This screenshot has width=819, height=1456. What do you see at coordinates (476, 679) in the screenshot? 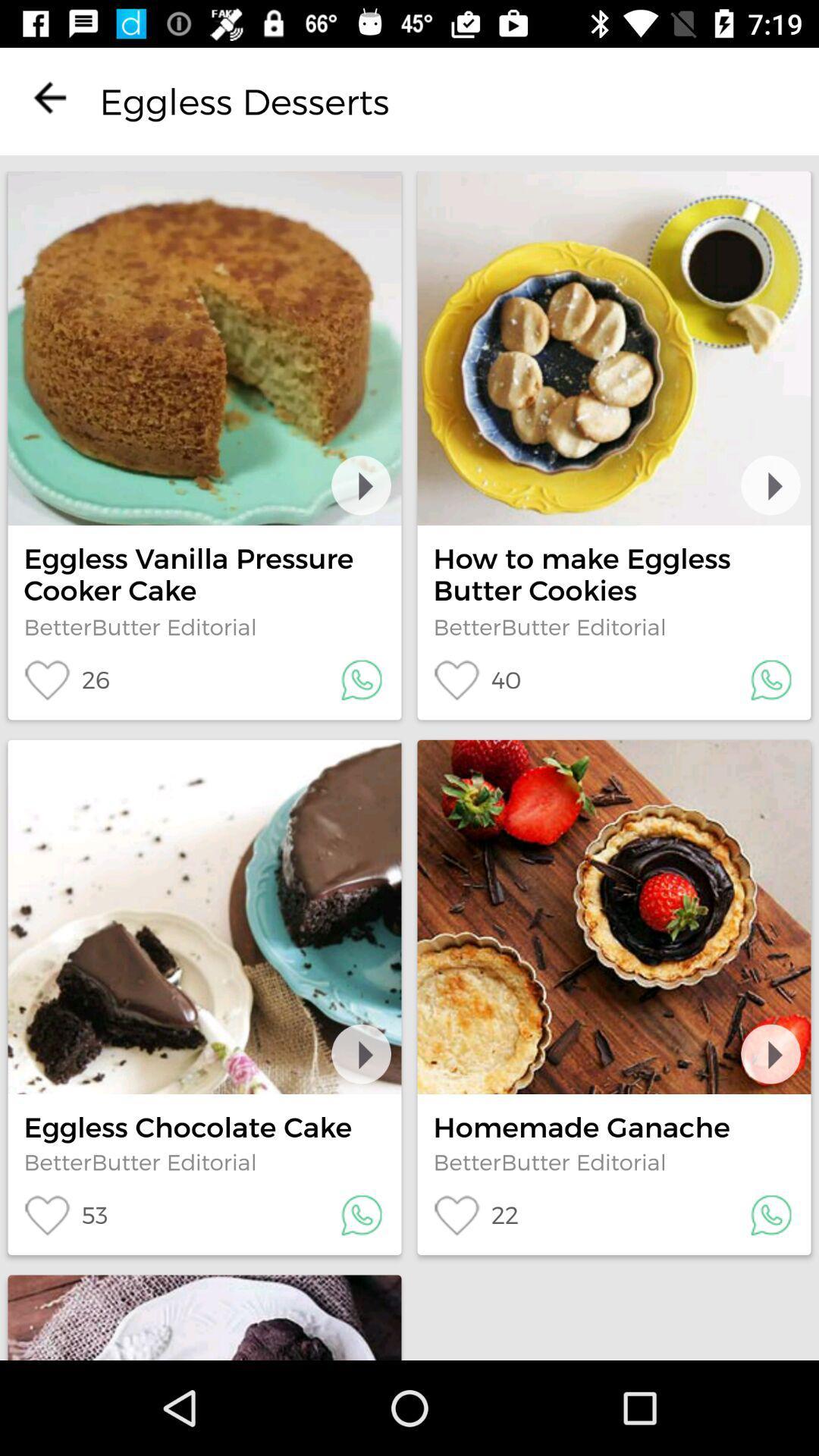
I see `the 40 item` at bounding box center [476, 679].